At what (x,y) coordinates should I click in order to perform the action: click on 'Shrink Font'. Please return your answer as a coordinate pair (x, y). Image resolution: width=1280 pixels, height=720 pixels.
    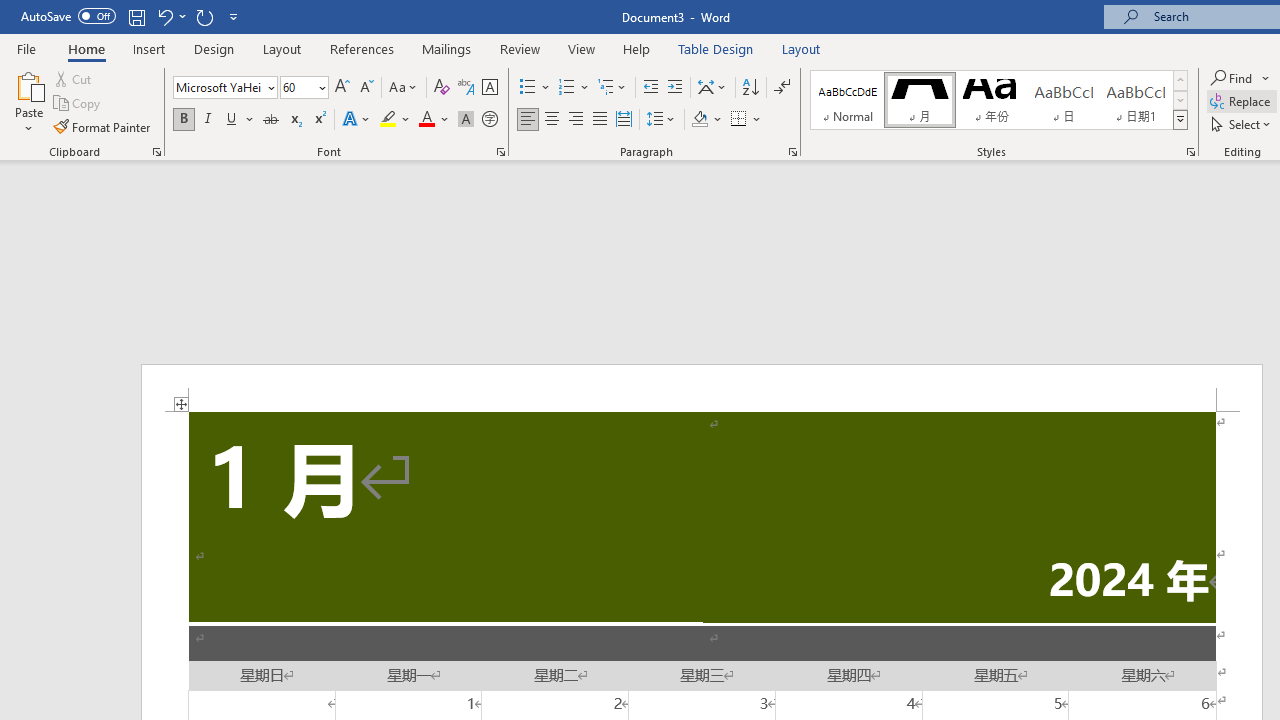
    Looking at the image, I should click on (366, 86).